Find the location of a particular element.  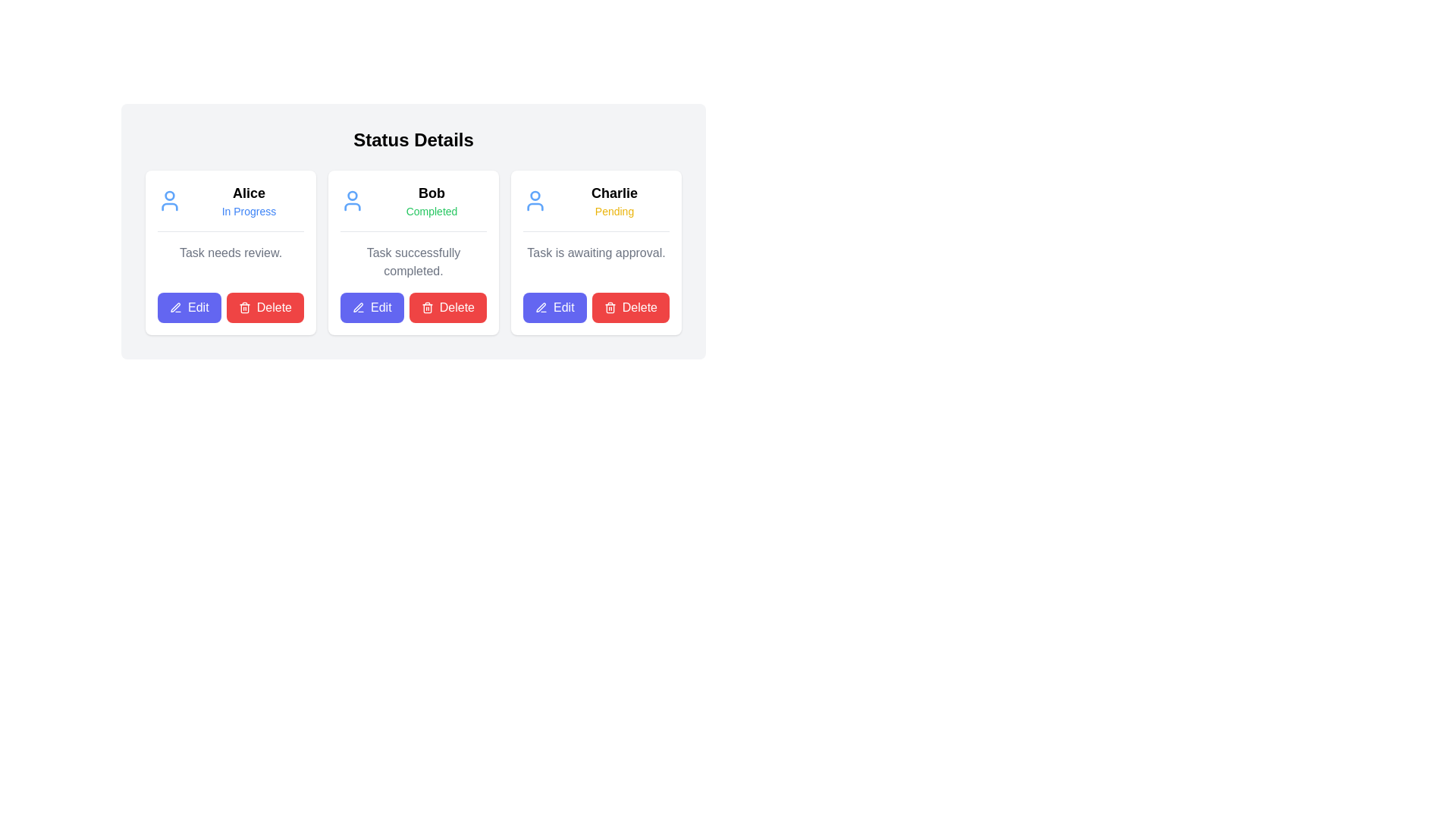

the title label for 'Charlie' located at the top of the rightmost card in the horizontal arrangement of cards, positioned under the 'Status Details' heading is located at coordinates (614, 192).